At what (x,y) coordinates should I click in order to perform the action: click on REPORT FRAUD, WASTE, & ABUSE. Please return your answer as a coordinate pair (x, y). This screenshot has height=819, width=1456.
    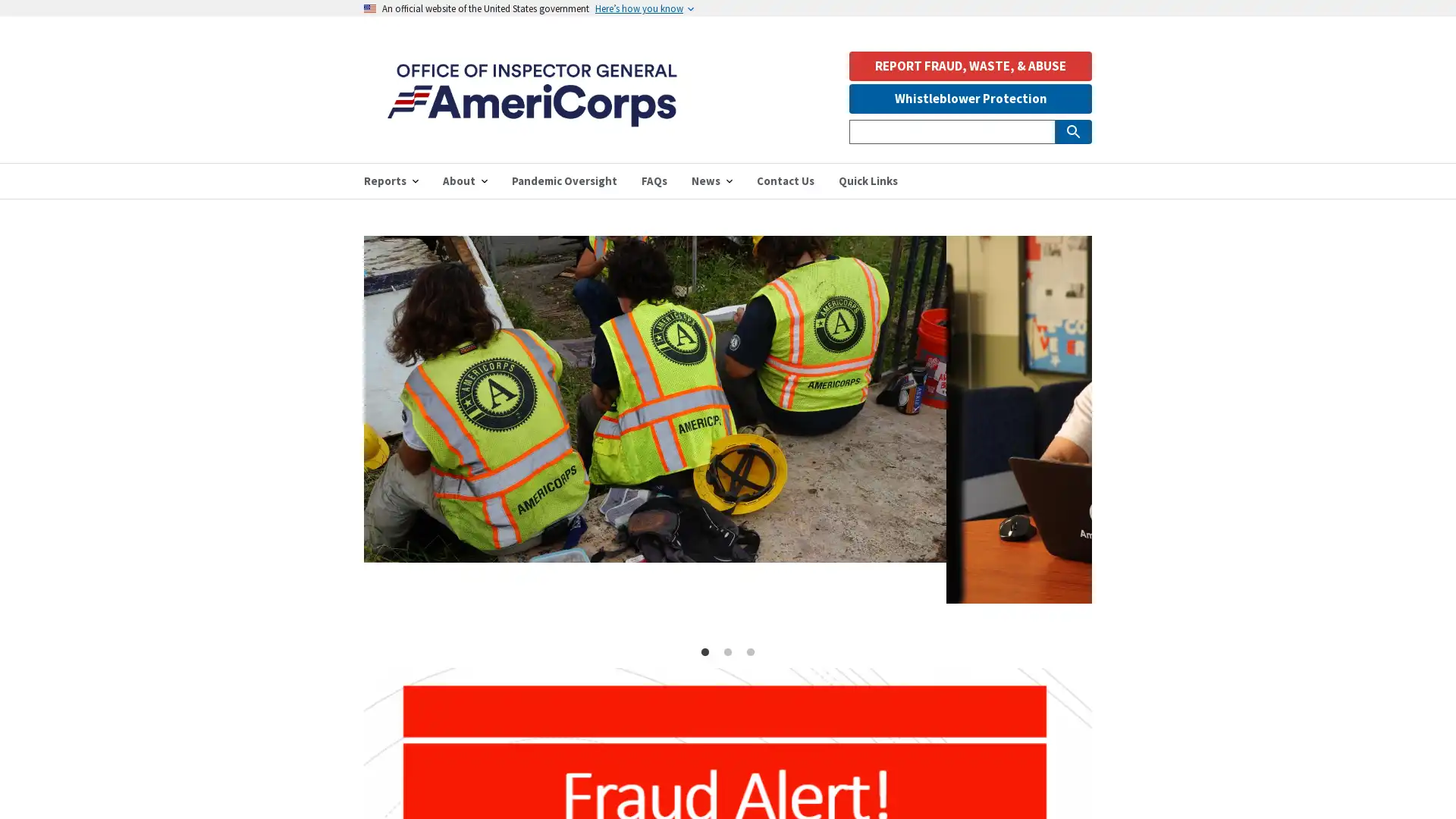
    Looking at the image, I should click on (971, 65).